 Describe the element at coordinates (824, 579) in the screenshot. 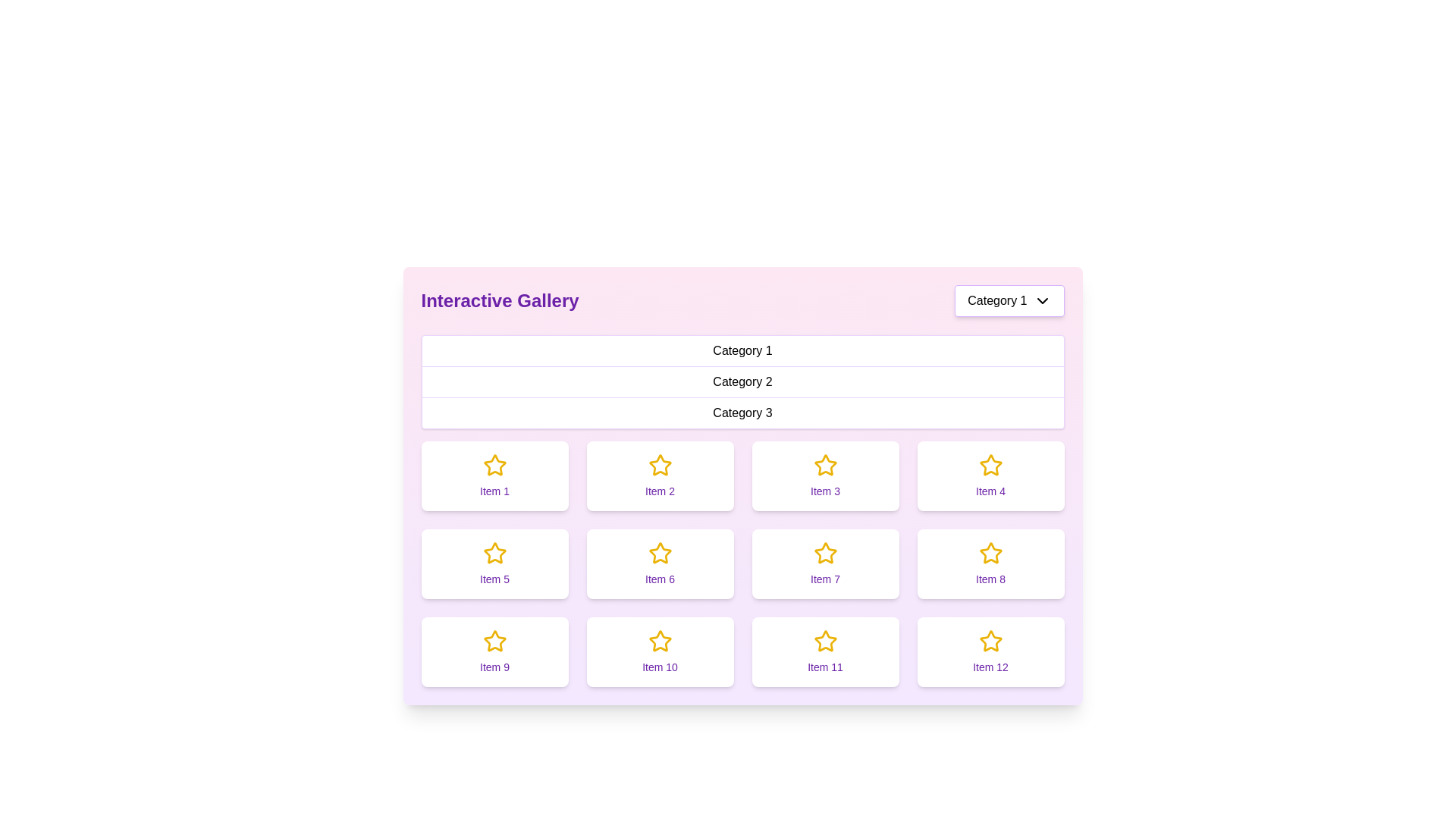

I see `text from the title text label located in the second row and third column of the grid layout, which is directly below the yellow star icon within its card under 'Category 1'` at that location.